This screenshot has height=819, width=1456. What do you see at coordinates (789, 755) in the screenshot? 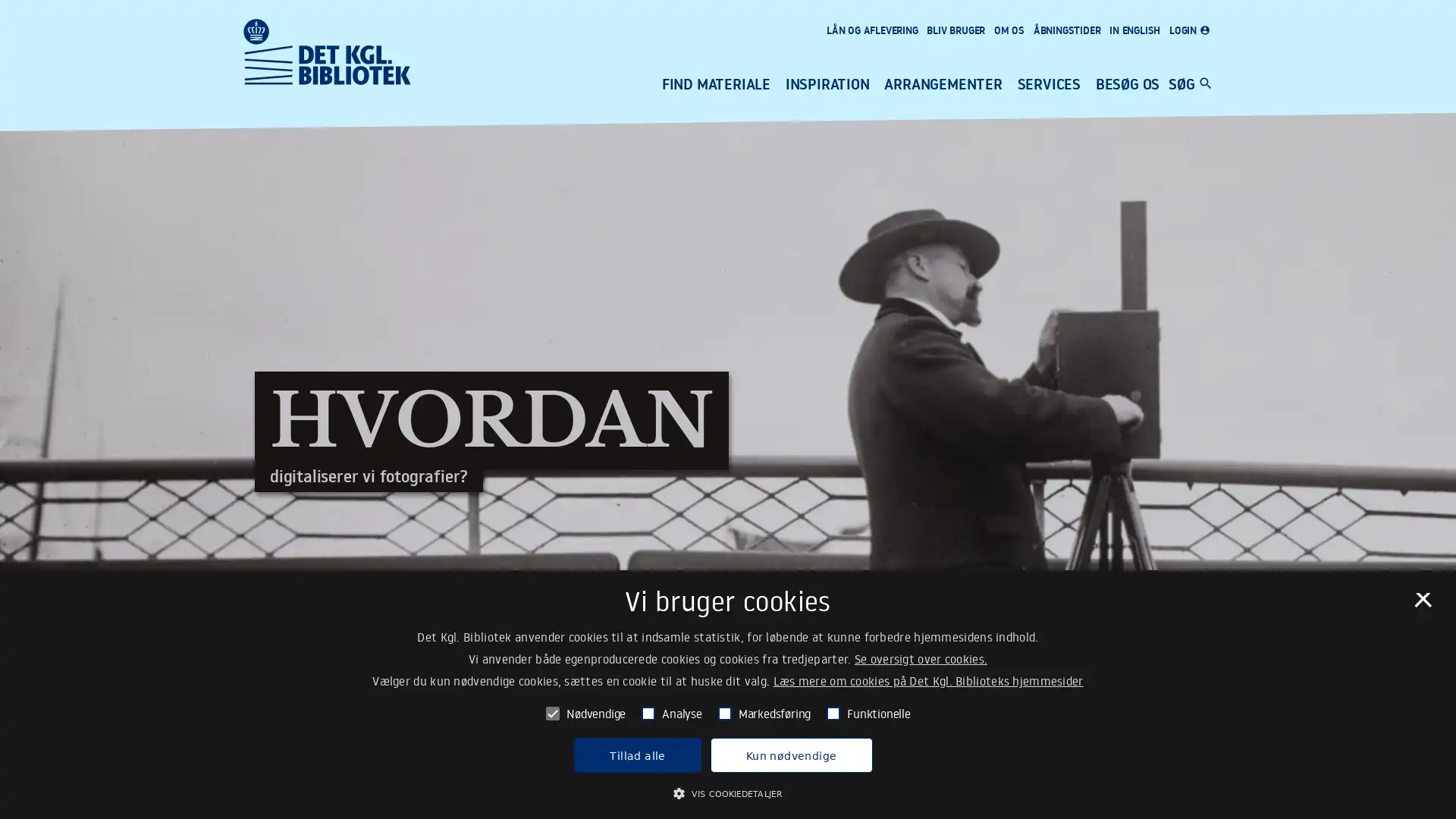
I see `Kun ndvendige` at bounding box center [789, 755].